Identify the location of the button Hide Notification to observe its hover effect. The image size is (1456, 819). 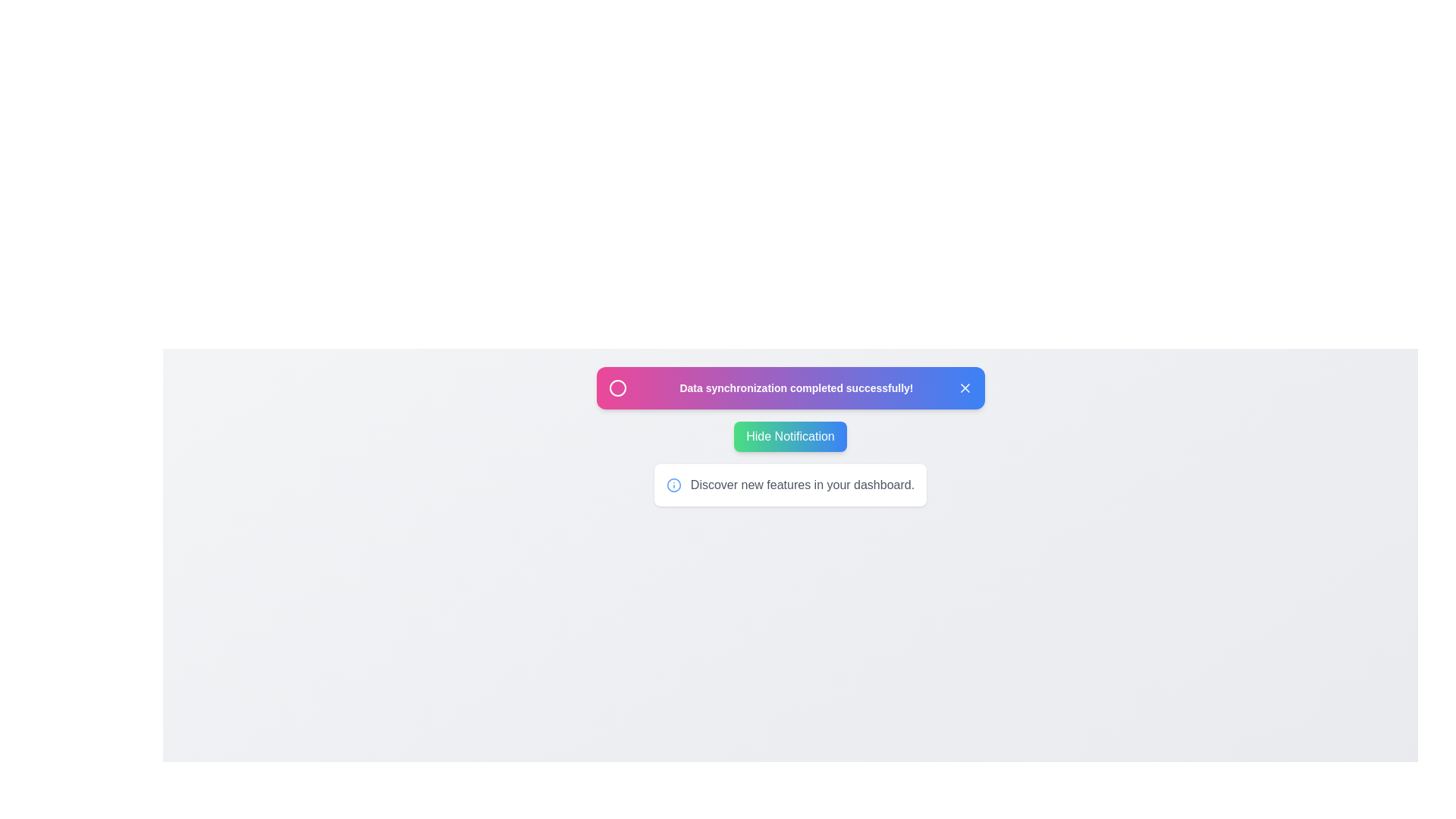
(789, 436).